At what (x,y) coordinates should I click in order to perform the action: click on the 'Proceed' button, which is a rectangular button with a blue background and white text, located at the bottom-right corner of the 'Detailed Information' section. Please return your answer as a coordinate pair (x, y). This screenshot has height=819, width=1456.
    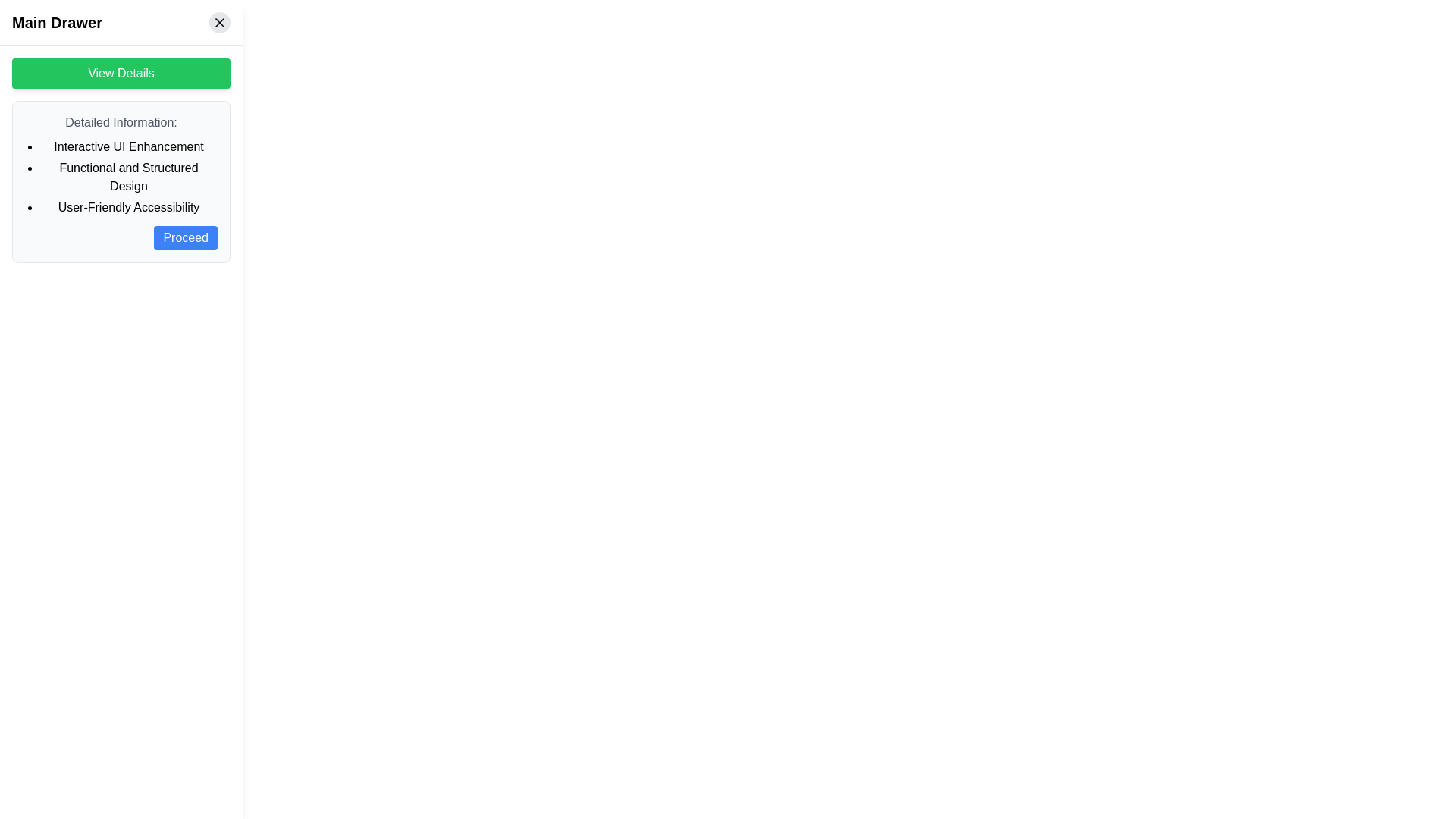
    Looking at the image, I should click on (184, 237).